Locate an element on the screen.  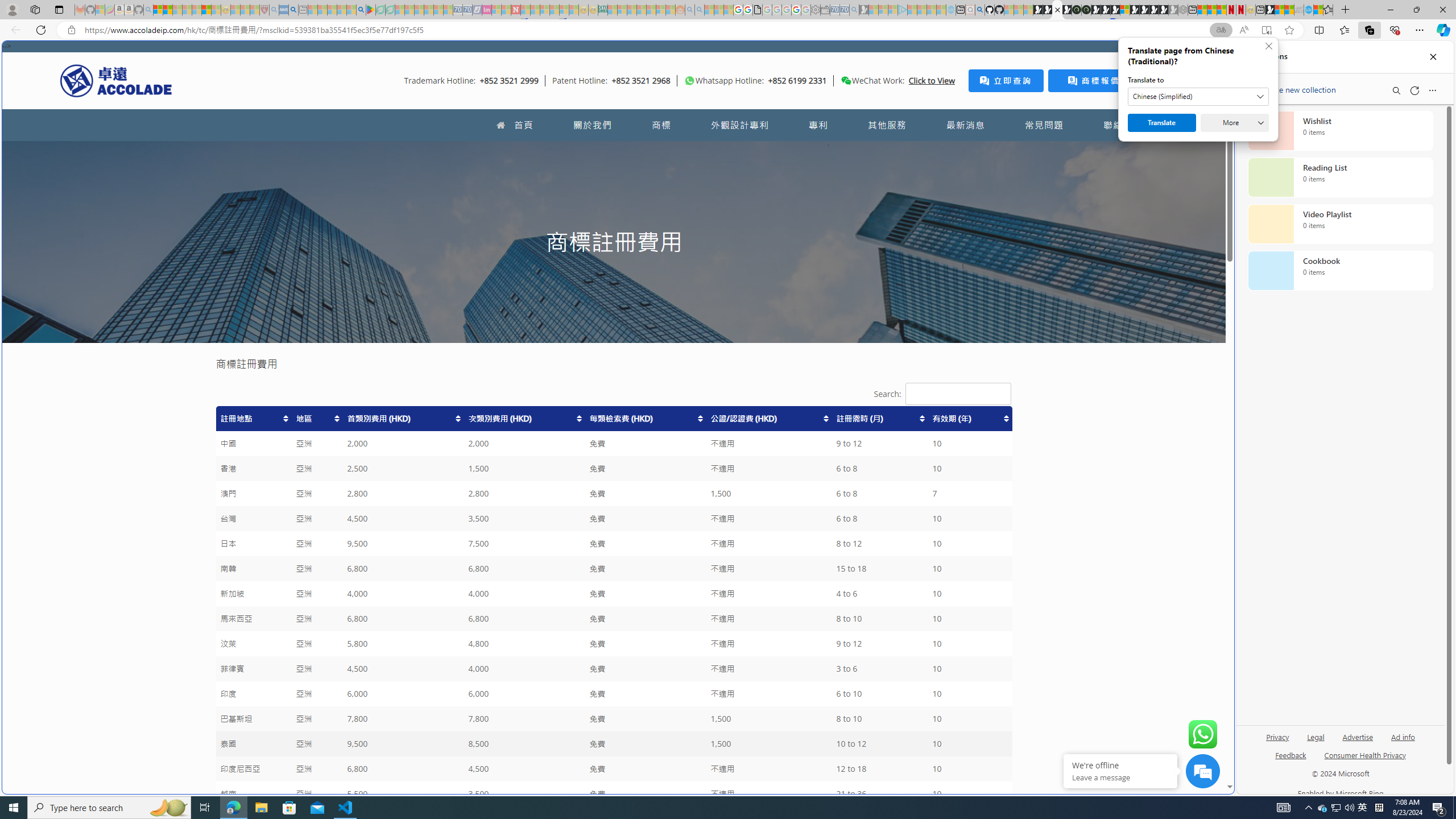
'google_privacy_policy_zh-CN.pdf' is located at coordinates (758, 9).